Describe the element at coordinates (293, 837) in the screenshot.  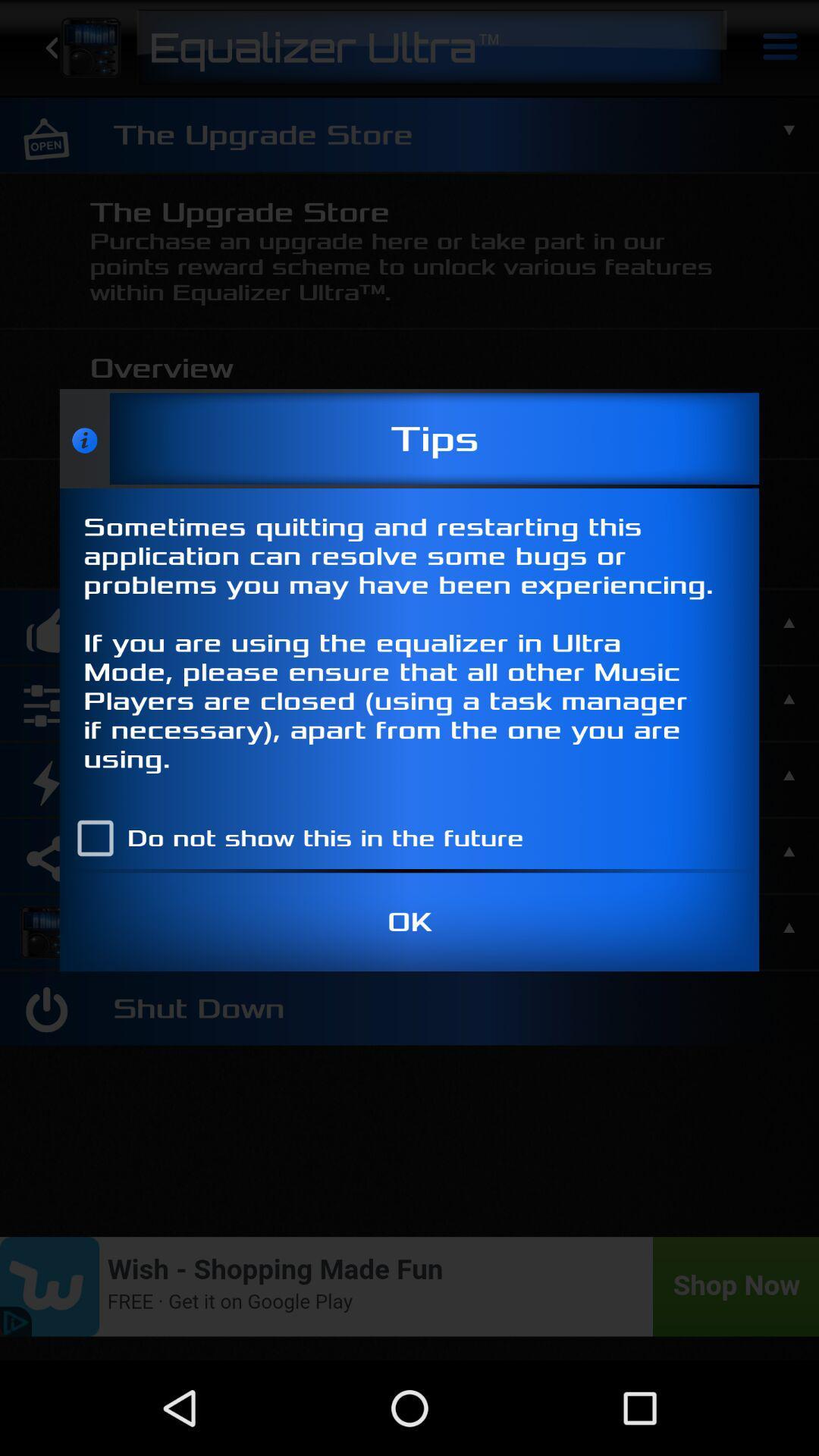
I see `icon below the sometimes quitting and` at that location.